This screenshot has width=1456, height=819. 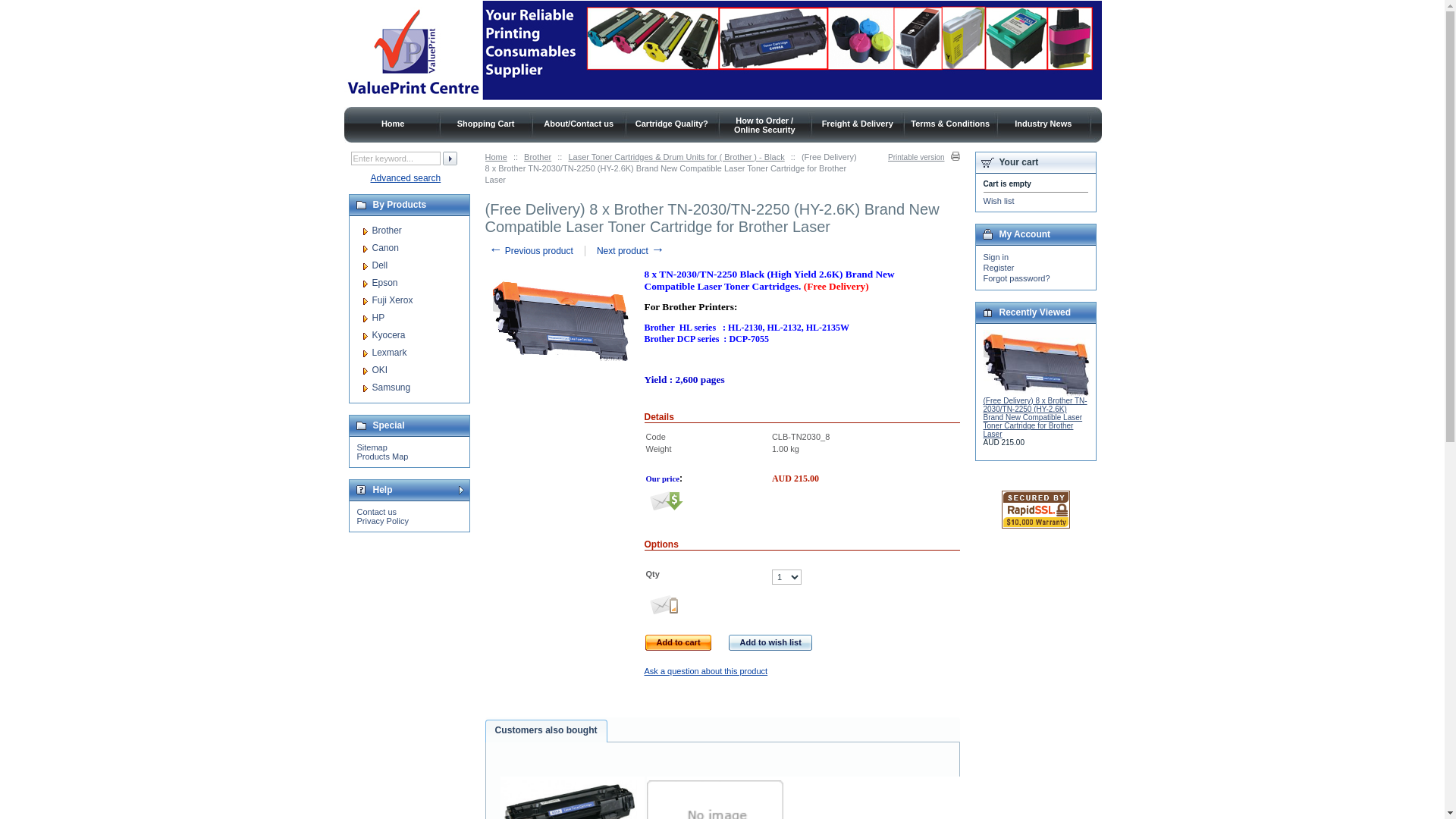 What do you see at coordinates (379, 265) in the screenshot?
I see `'Dell'` at bounding box center [379, 265].